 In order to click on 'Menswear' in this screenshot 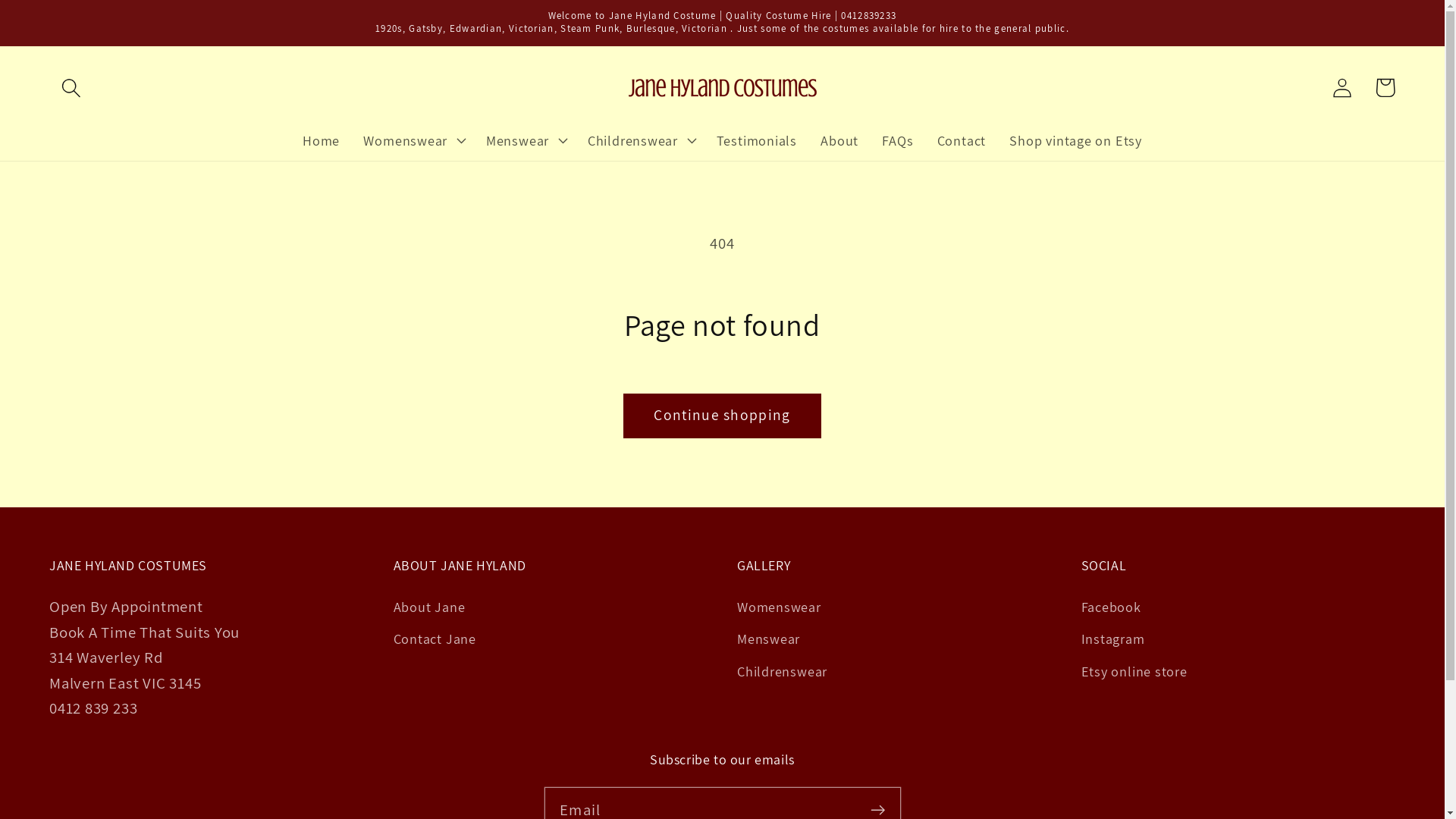, I will do `click(768, 639)`.